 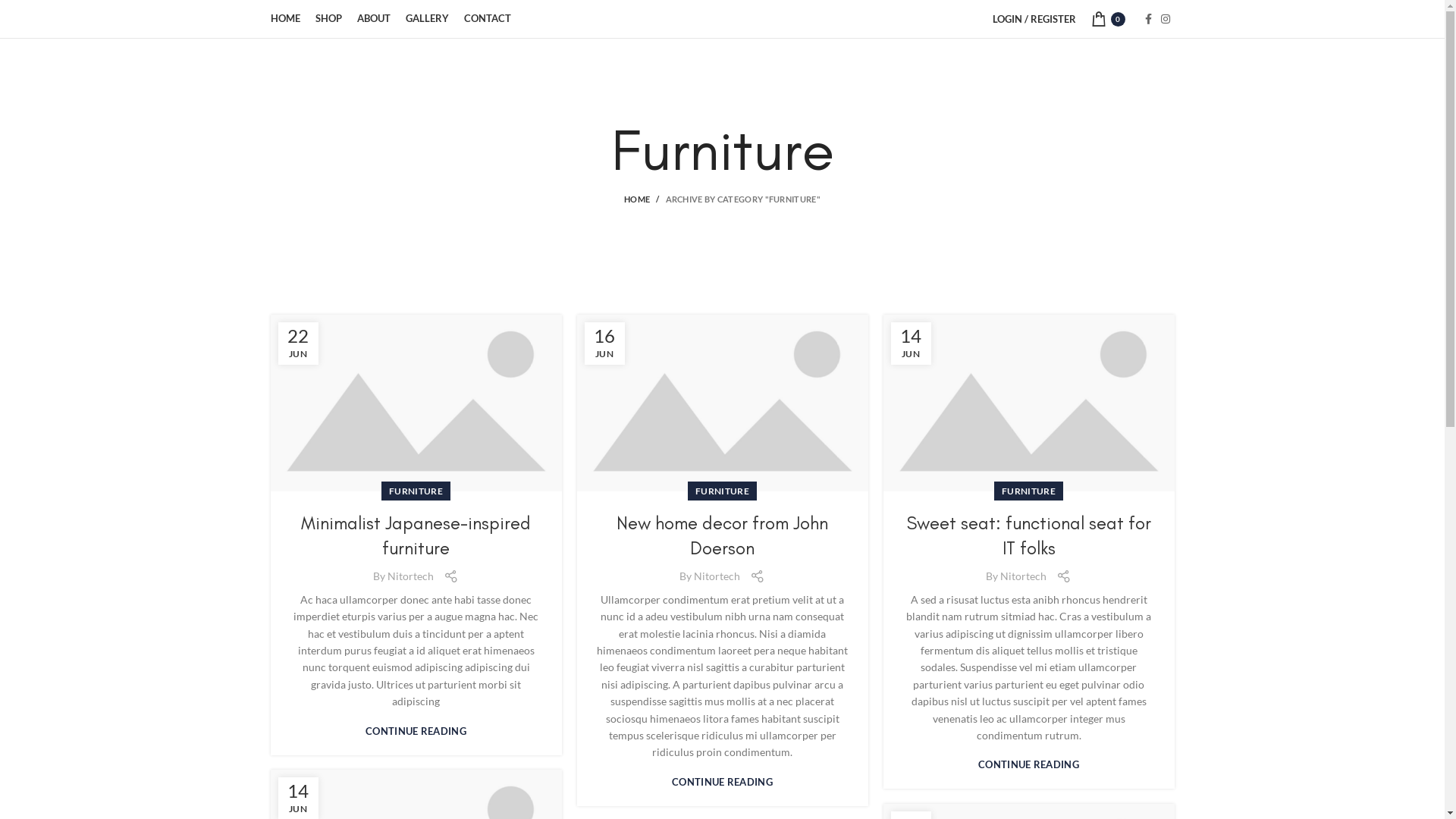 What do you see at coordinates (1082, 18) in the screenshot?
I see `'0'` at bounding box center [1082, 18].